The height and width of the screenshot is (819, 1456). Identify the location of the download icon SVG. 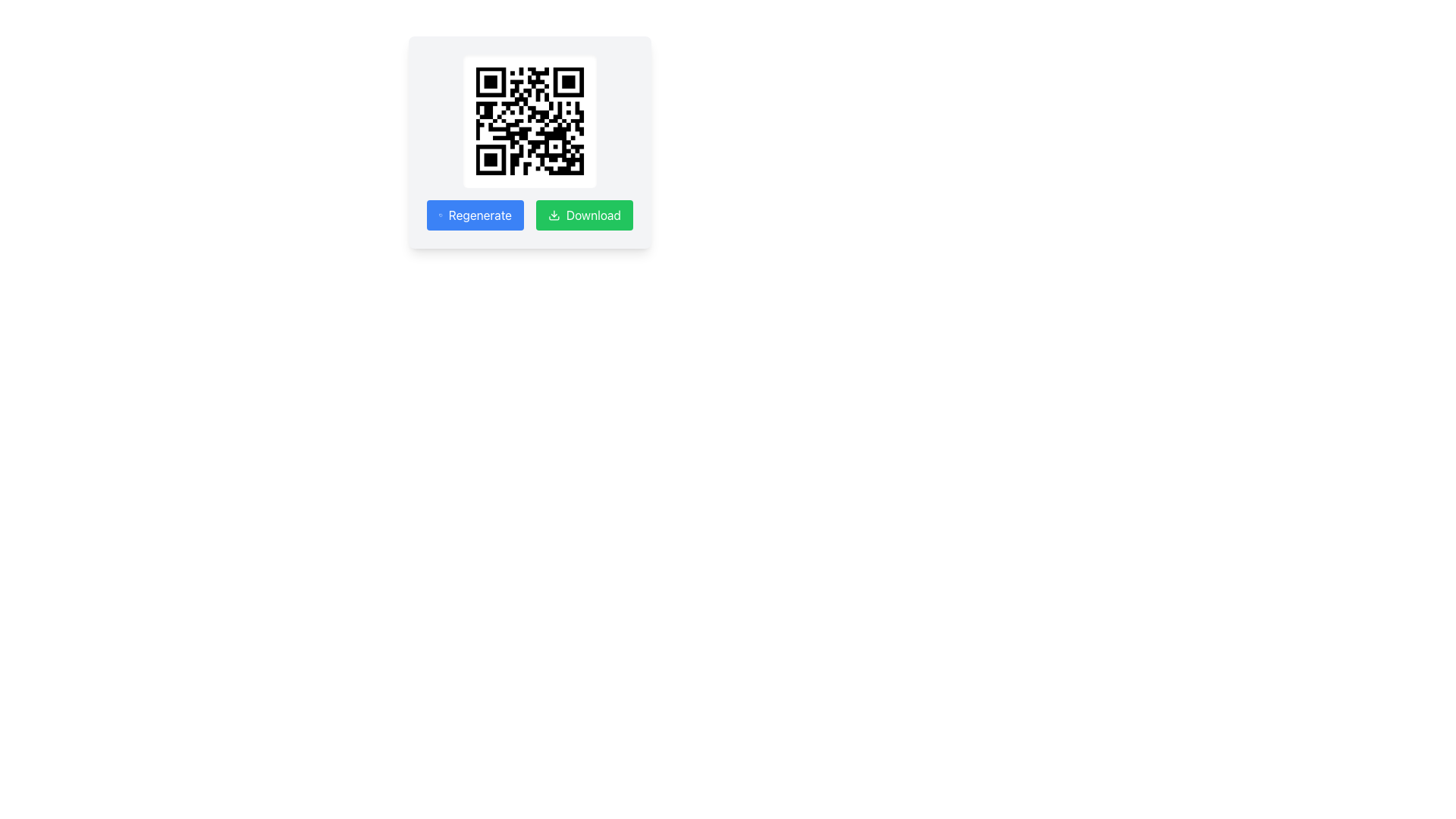
(553, 215).